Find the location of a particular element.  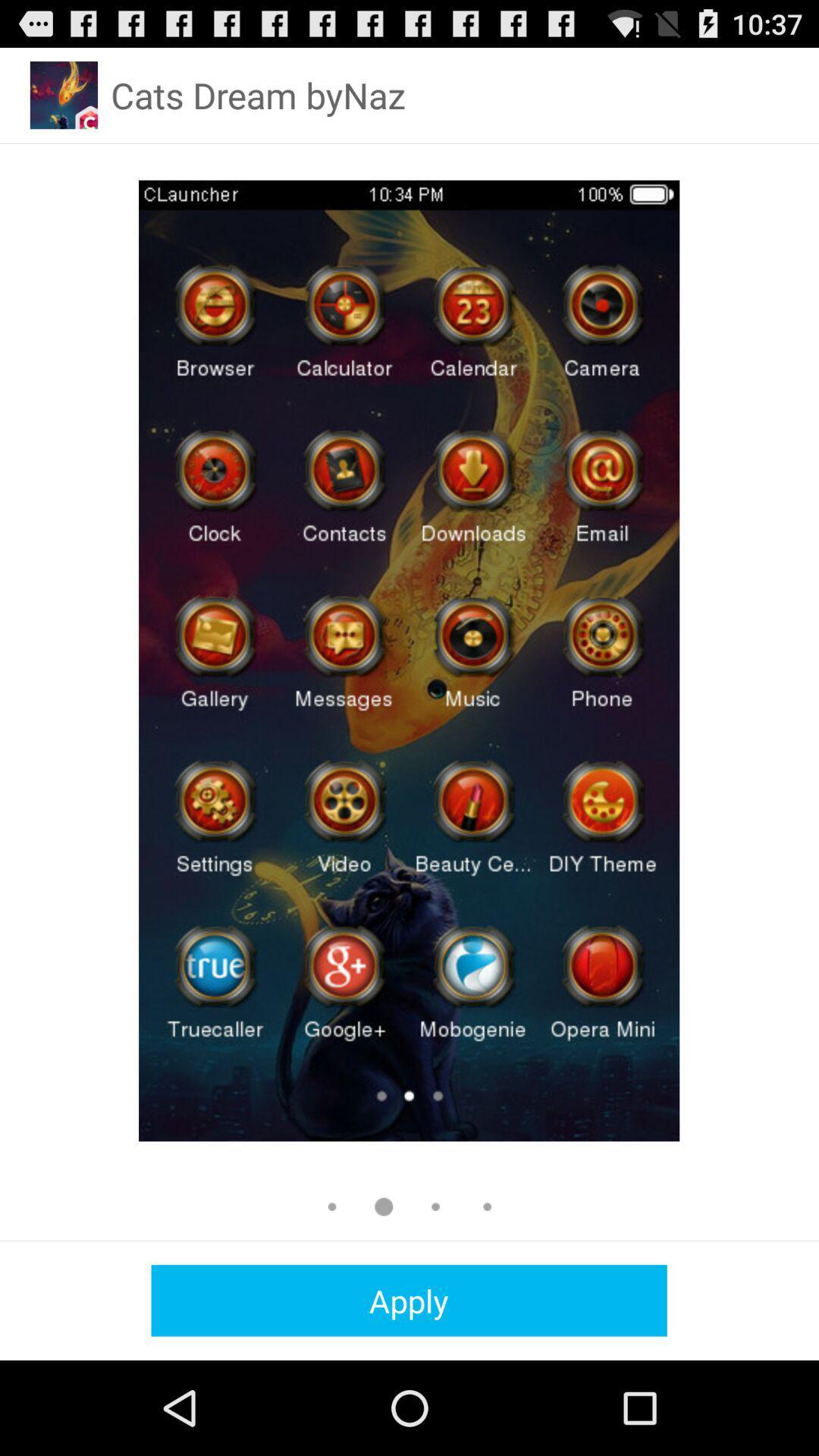

apply icon is located at coordinates (408, 1300).